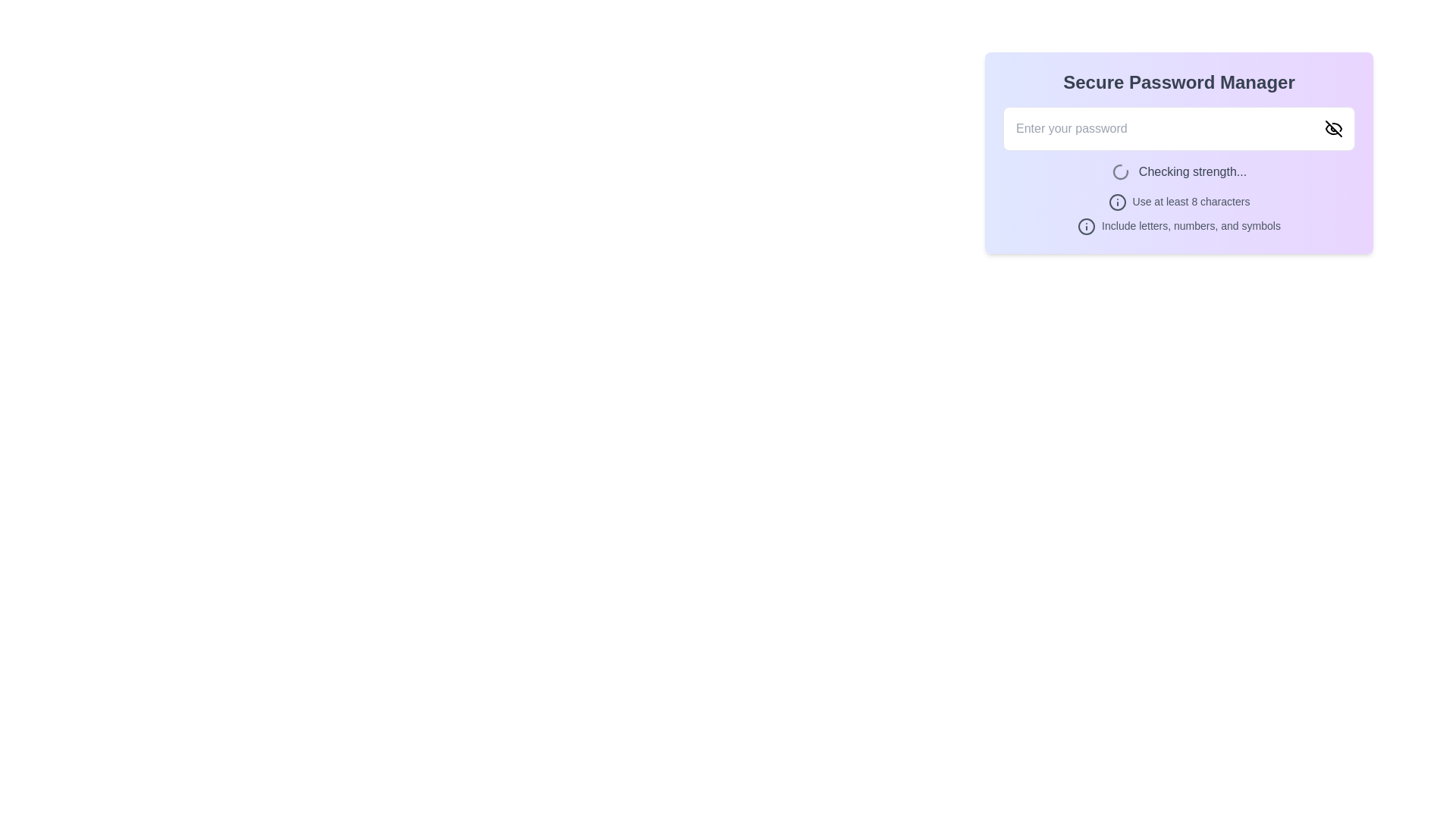 This screenshot has height=819, width=1456. What do you see at coordinates (1192, 171) in the screenshot?
I see `the text label displaying 'Checking strength...' which is bold and medium gray, located to the right of the spinning circular loader icon in the password manager input form` at bounding box center [1192, 171].